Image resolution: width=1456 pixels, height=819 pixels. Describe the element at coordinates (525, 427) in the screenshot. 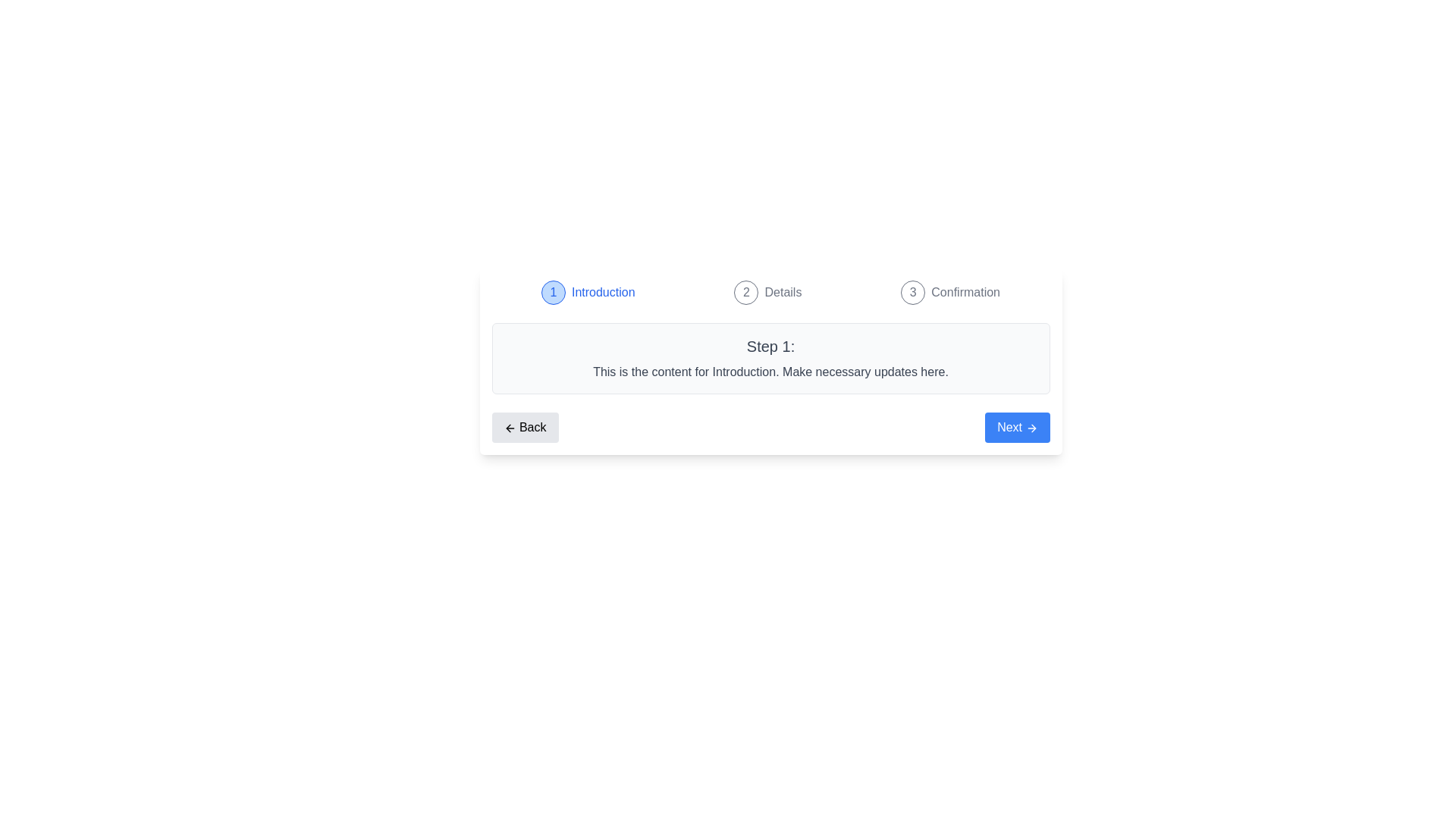

I see `the Back button to navigate steps` at that location.